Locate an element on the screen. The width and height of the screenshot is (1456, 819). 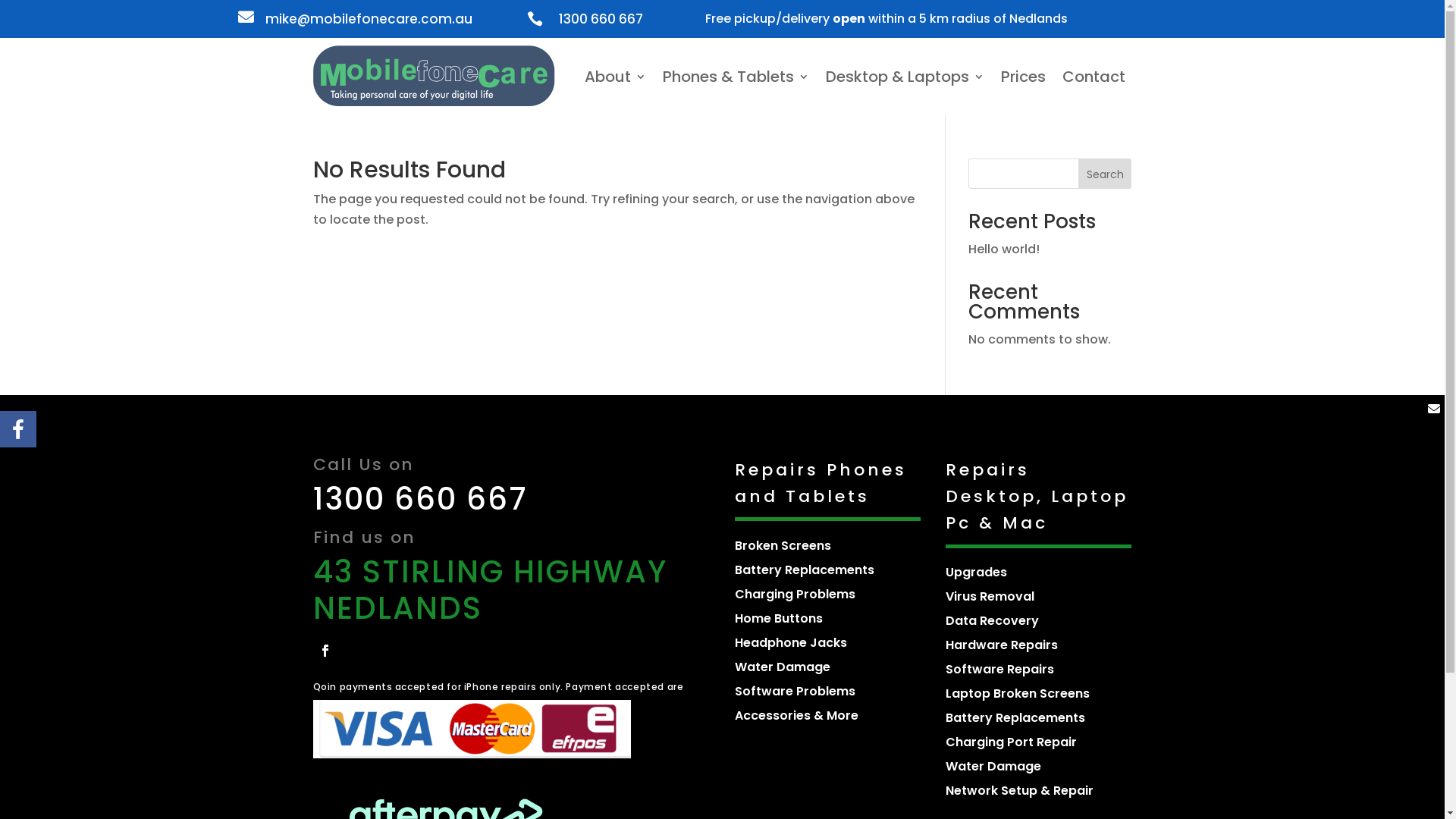
'Network Setup & Repair' is located at coordinates (1019, 789).